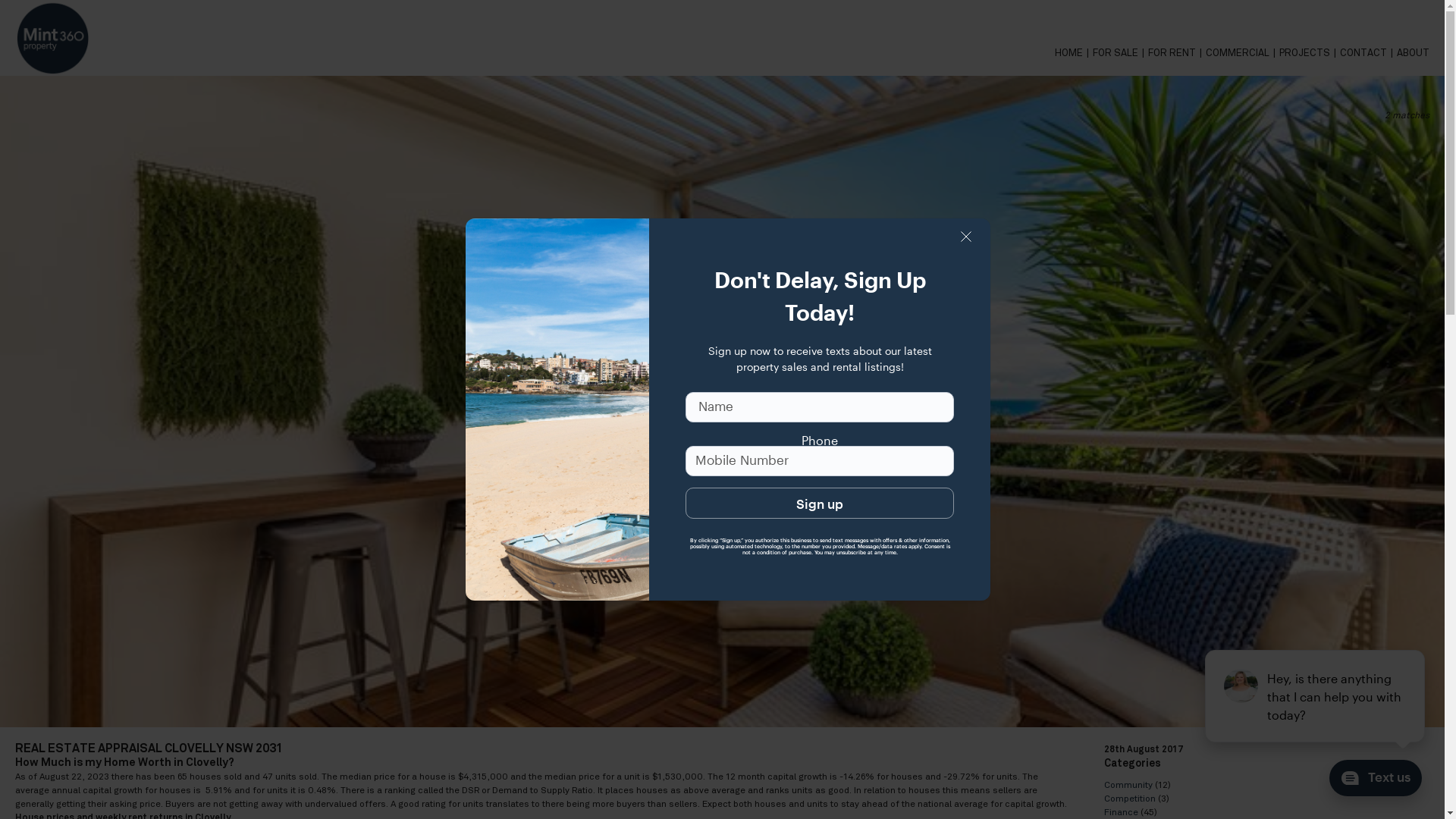  Describe the element at coordinates (1103, 798) in the screenshot. I see `'Competition'` at that location.